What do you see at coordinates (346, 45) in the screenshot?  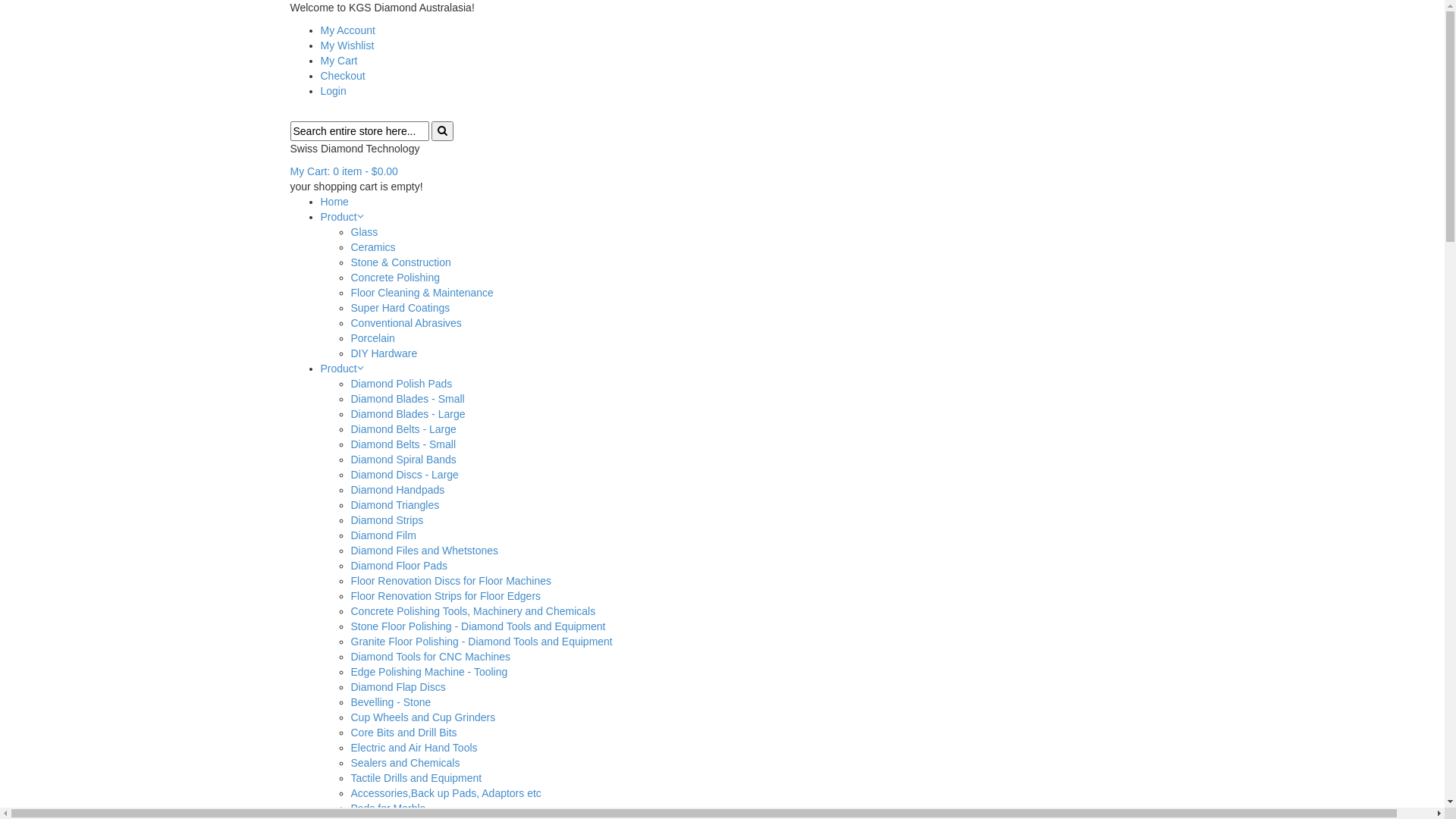 I see `'My Wishlist'` at bounding box center [346, 45].